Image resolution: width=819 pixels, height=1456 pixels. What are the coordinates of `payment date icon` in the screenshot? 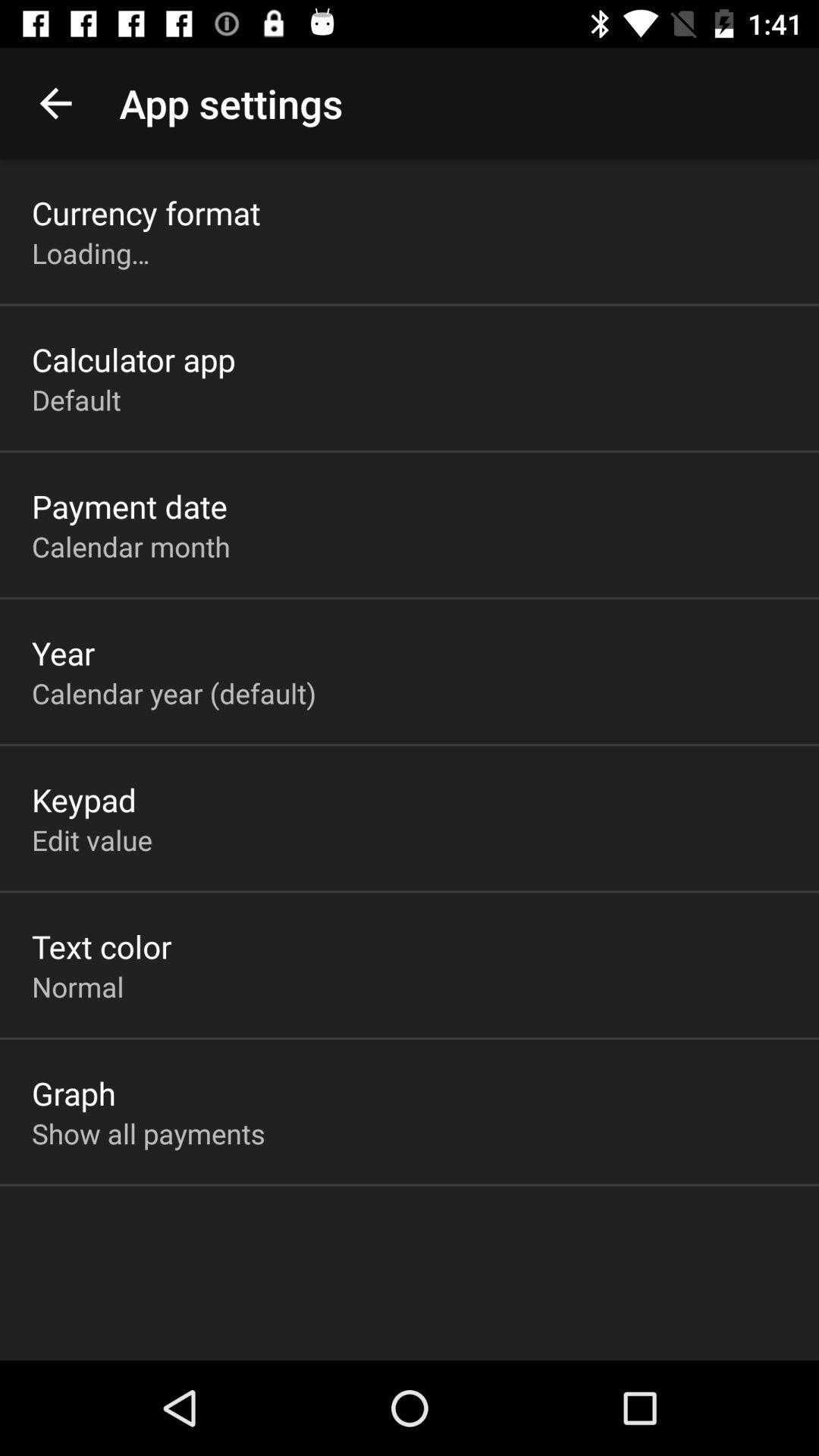 It's located at (128, 506).